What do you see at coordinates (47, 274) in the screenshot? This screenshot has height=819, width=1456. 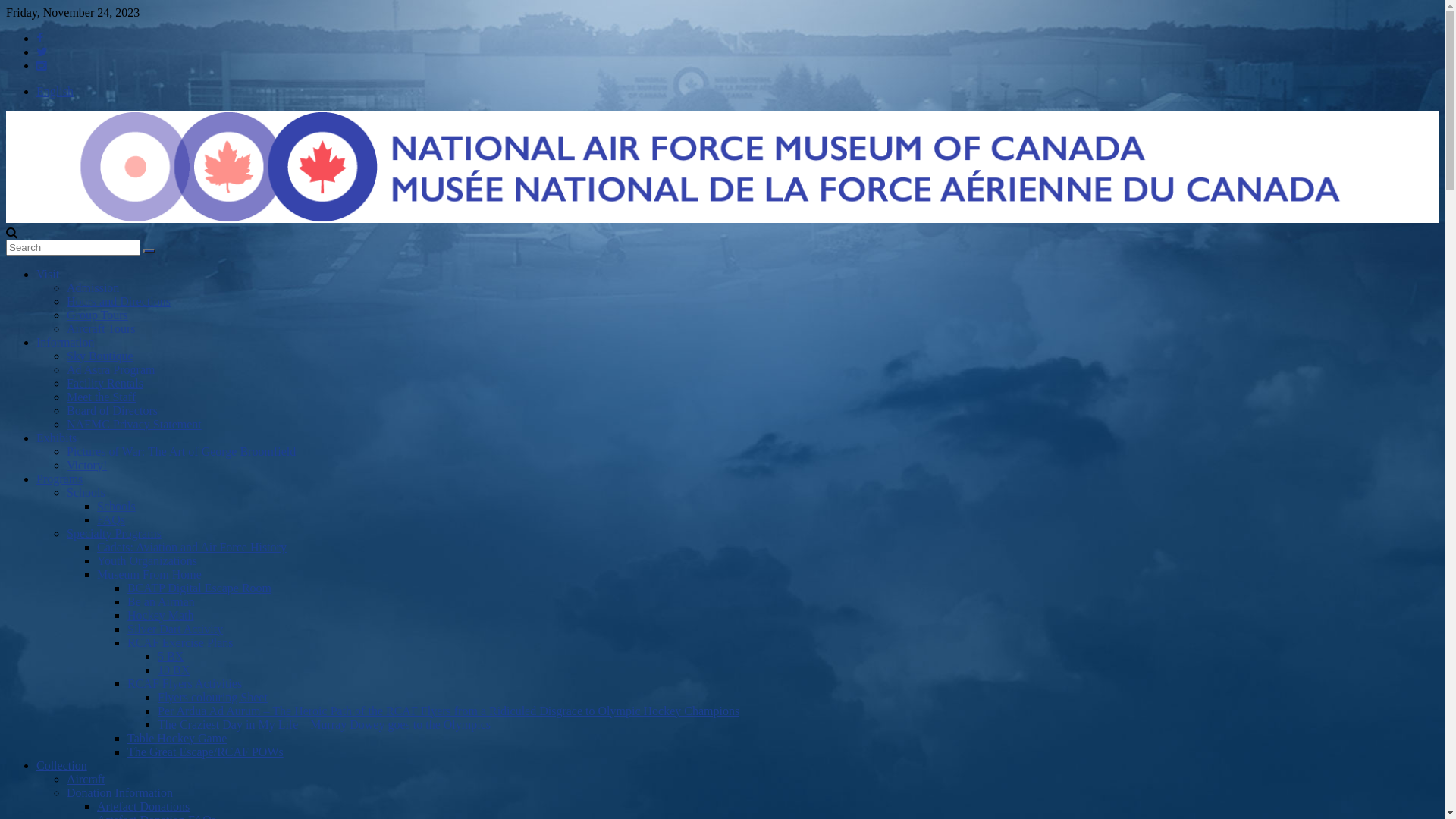 I see `'Visit'` at bounding box center [47, 274].